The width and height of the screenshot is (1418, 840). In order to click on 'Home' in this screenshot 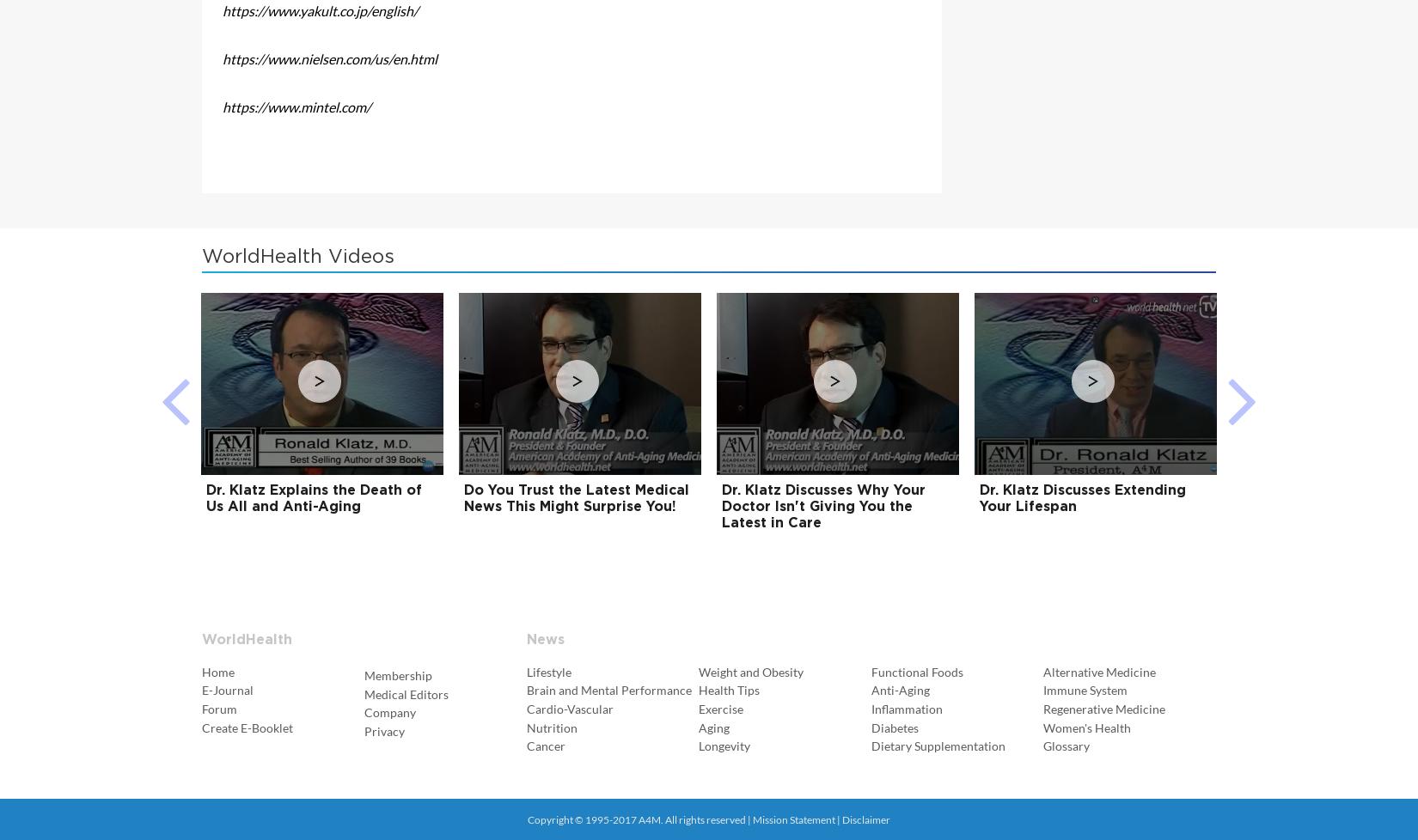, I will do `click(217, 670)`.